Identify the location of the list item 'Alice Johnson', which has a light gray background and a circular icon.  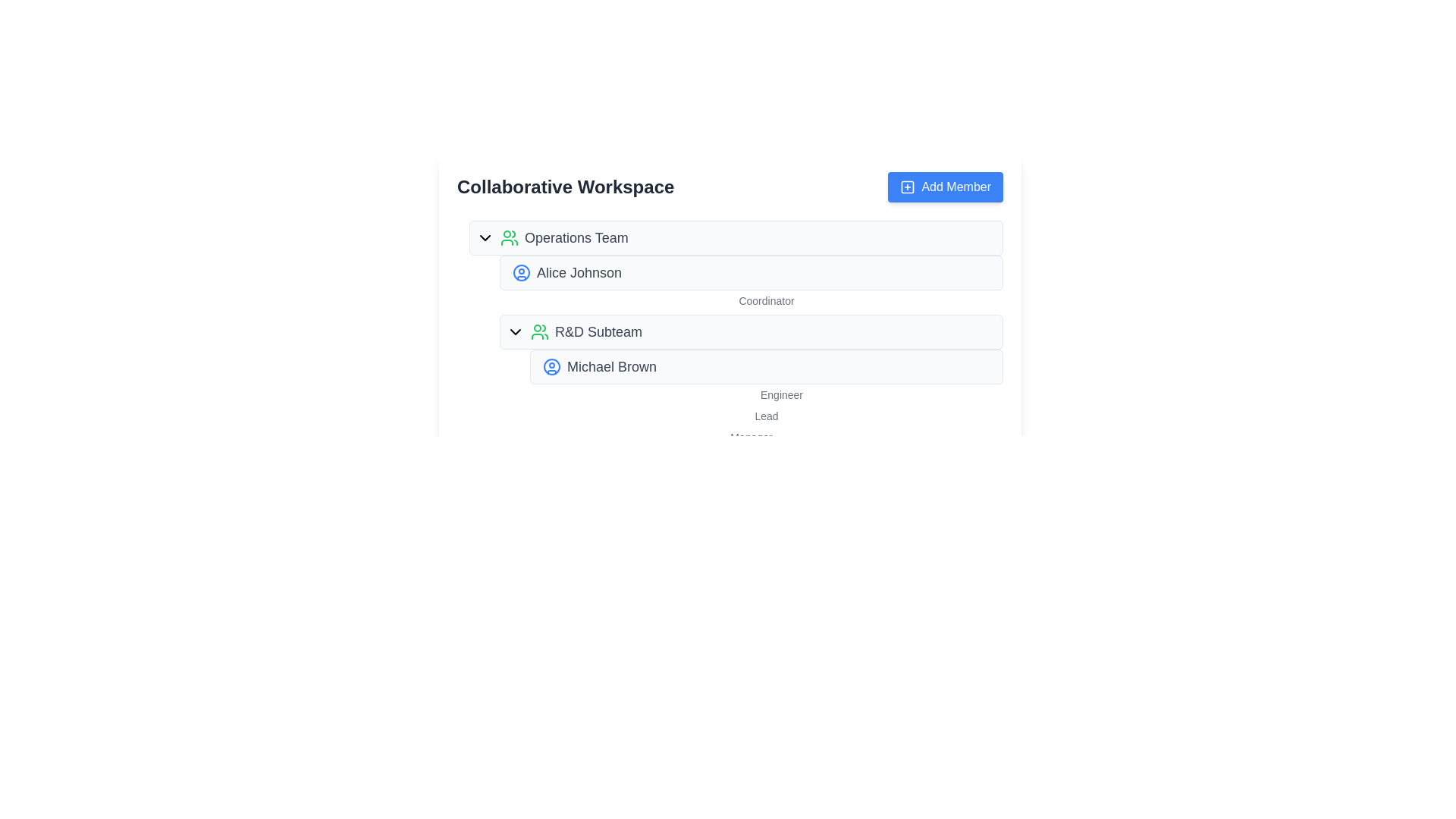
(751, 271).